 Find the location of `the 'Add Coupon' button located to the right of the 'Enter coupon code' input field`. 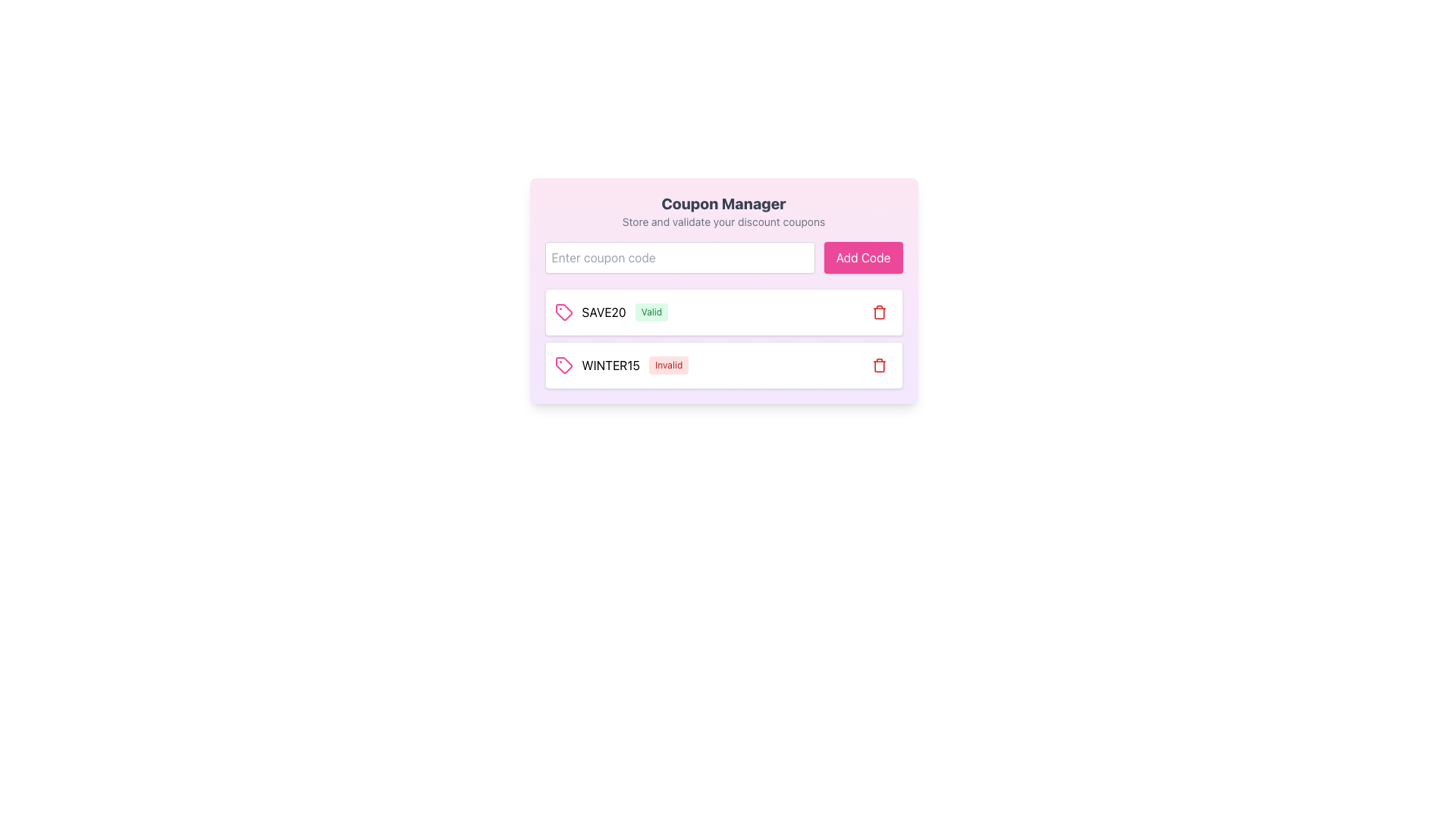

the 'Add Coupon' button located to the right of the 'Enter coupon code' input field is located at coordinates (863, 256).